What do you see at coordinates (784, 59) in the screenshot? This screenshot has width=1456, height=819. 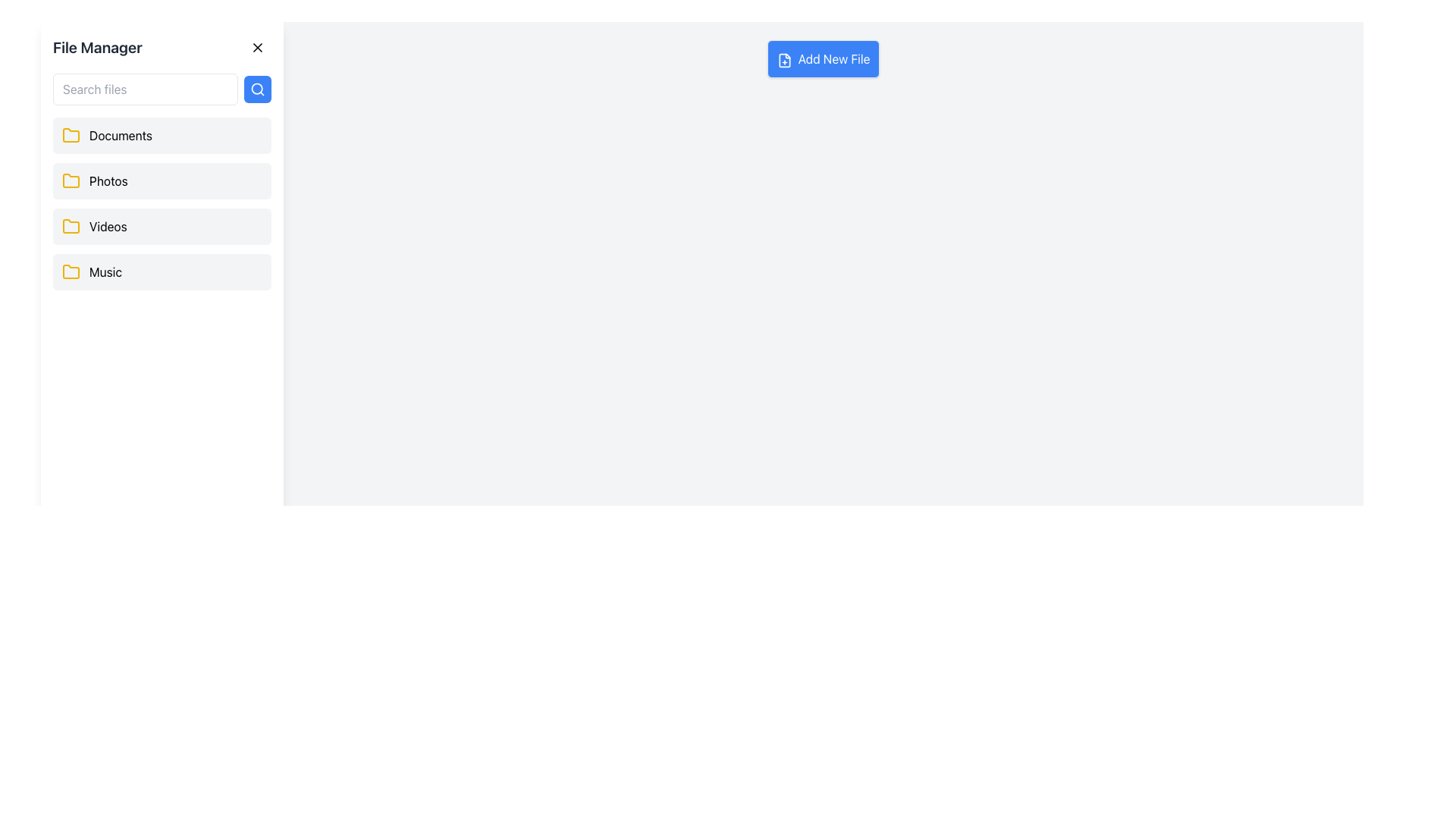 I see `the icon situated to the left of the 'Add New File' button to interact with it` at bounding box center [784, 59].